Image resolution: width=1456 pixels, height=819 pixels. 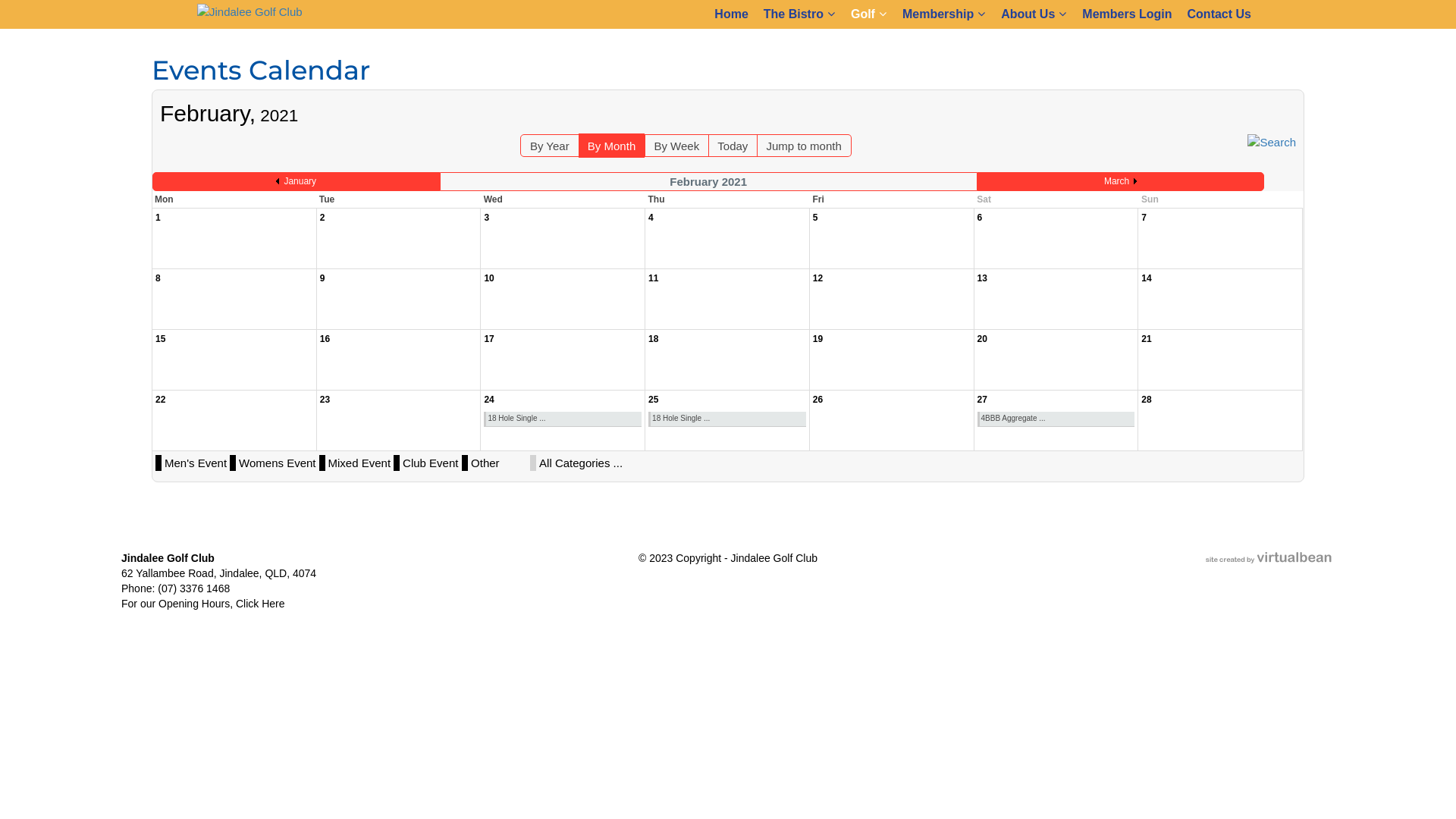 I want to click on '1', so click(x=155, y=217).